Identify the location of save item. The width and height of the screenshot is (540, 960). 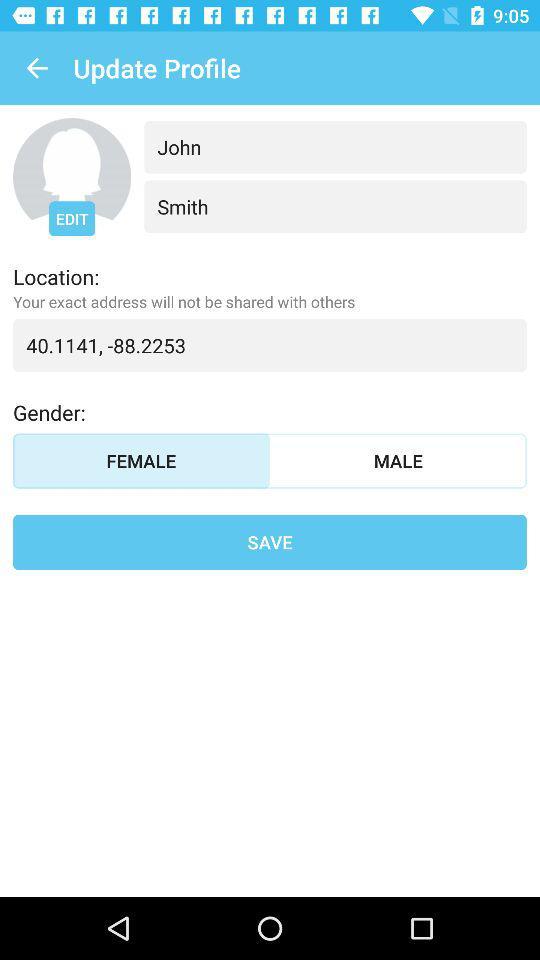
(270, 542).